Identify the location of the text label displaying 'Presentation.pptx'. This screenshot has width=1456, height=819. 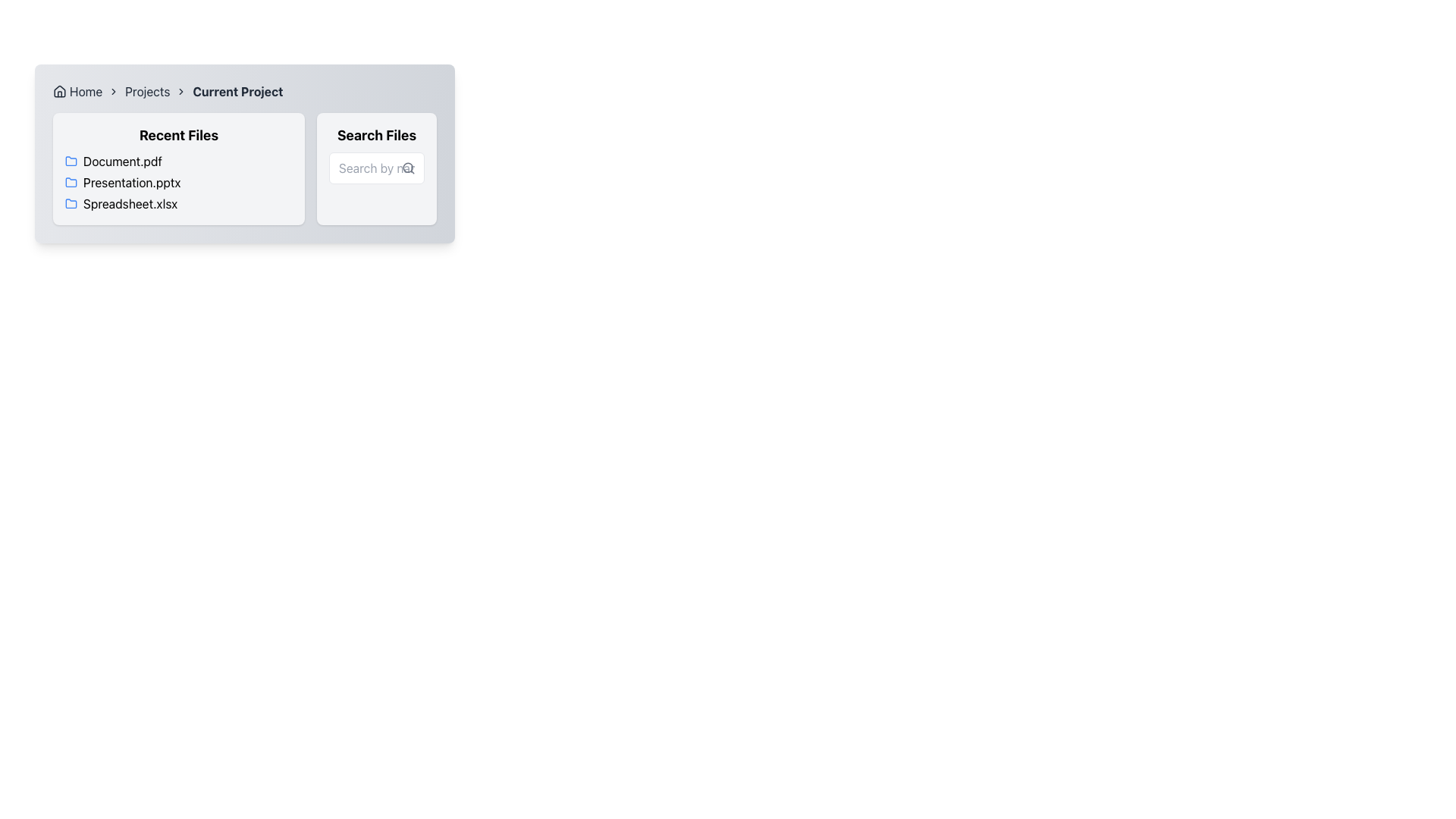
(132, 181).